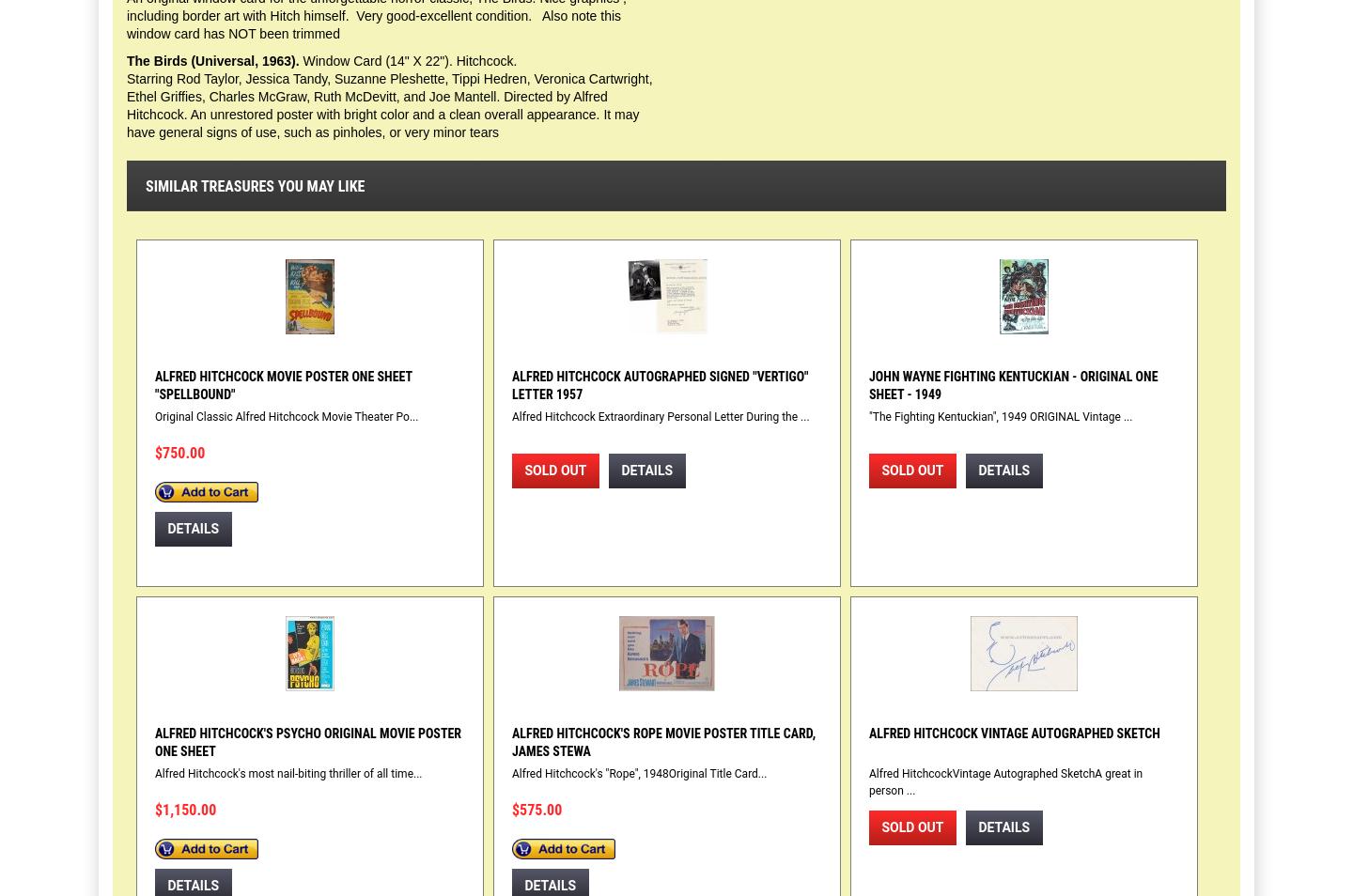 Image resolution: width=1353 pixels, height=896 pixels. What do you see at coordinates (298, 59) in the screenshot?
I see `'Window Card (14" X 22"). Hitchcock.'` at bounding box center [298, 59].